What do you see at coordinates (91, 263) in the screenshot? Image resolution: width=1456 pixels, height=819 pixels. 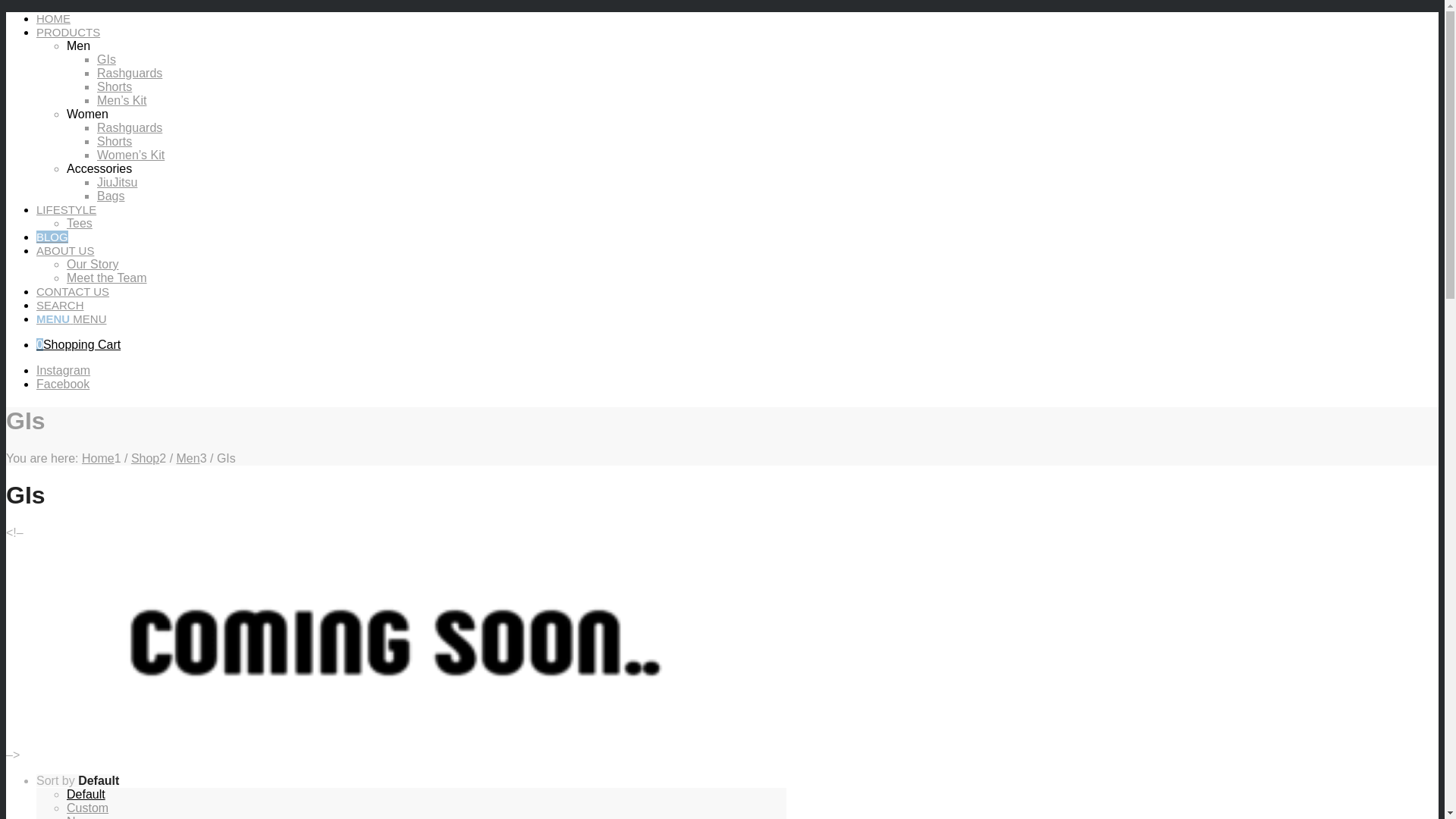 I see `'Our Story'` at bounding box center [91, 263].